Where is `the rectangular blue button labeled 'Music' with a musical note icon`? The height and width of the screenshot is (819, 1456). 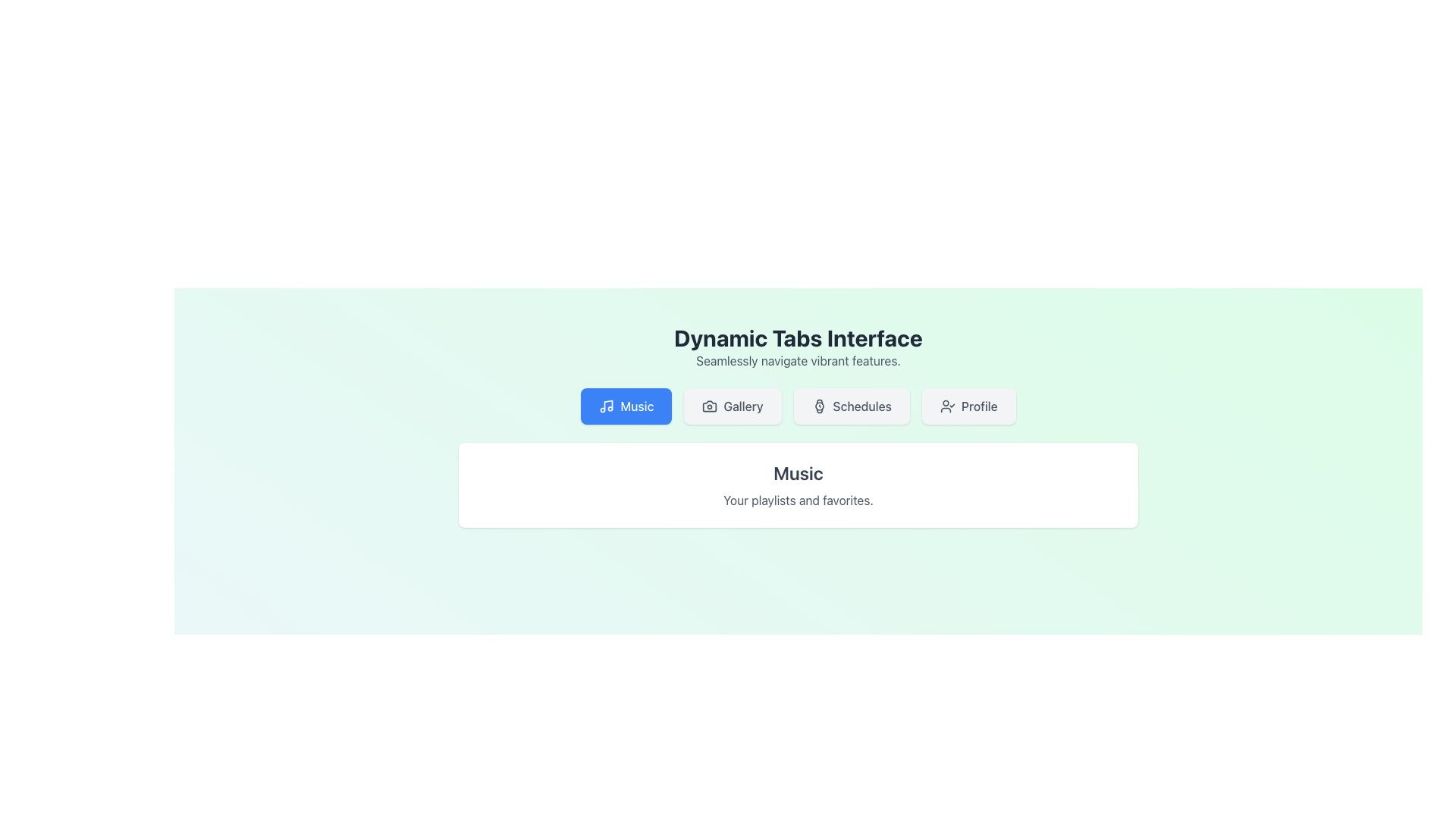 the rectangular blue button labeled 'Music' with a musical note icon is located at coordinates (626, 406).